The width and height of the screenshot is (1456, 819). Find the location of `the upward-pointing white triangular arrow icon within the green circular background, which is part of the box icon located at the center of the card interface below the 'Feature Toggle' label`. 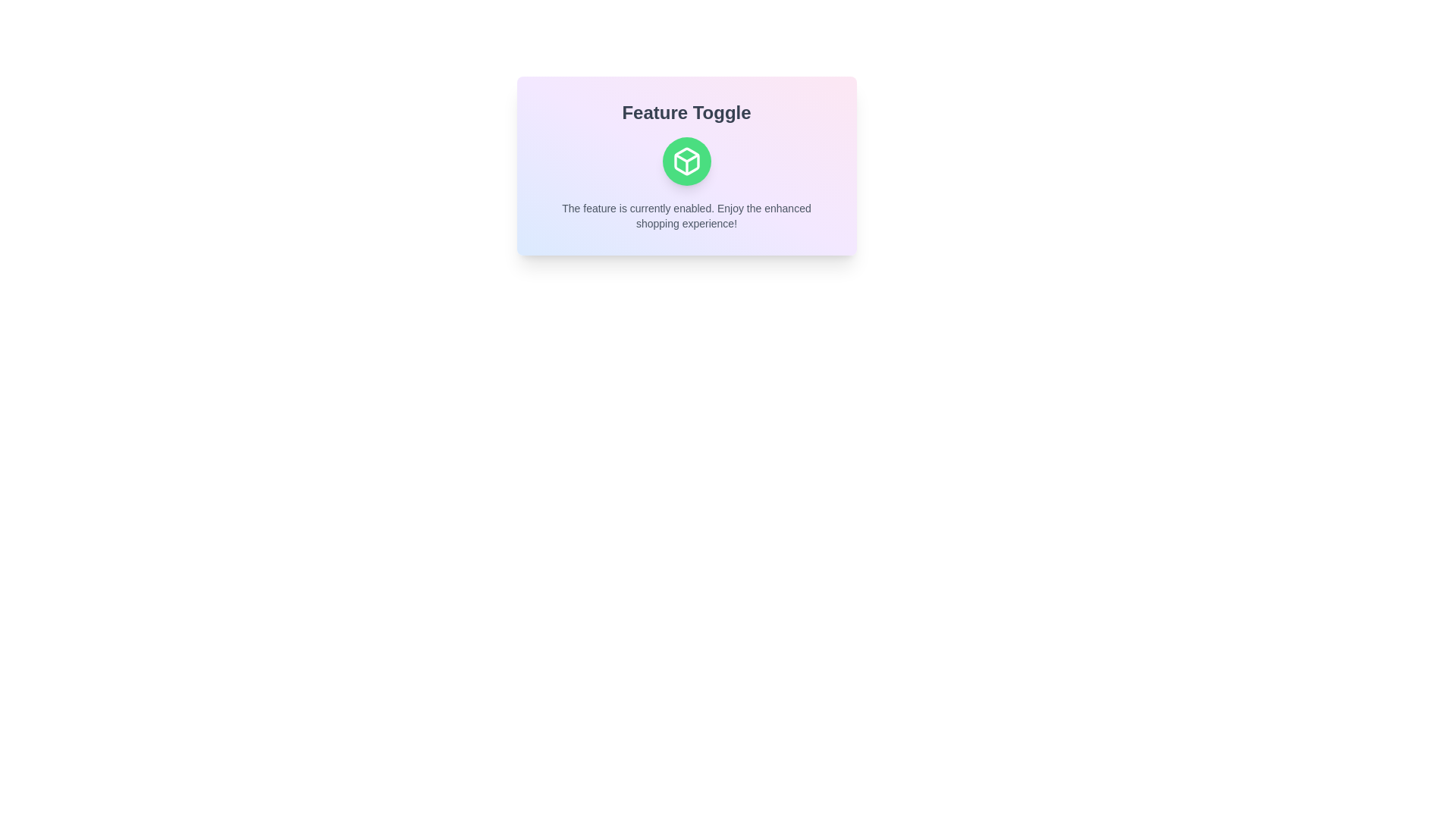

the upward-pointing white triangular arrow icon within the green circular background, which is part of the box icon located at the center of the card interface below the 'Feature Toggle' label is located at coordinates (686, 158).